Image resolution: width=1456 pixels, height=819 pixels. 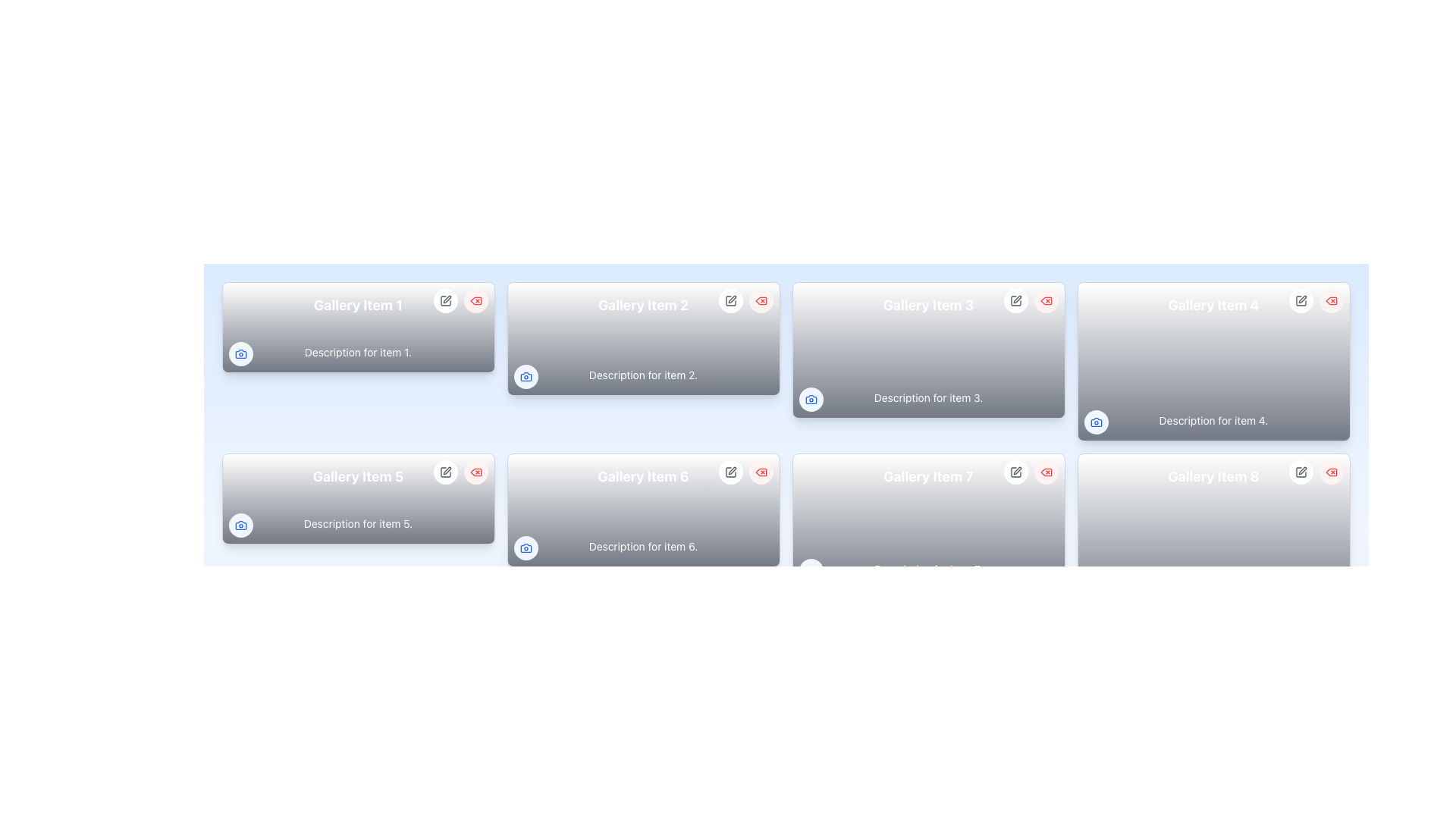 I want to click on the editing button for 'Gallery Item 7' located in the upper-right corner of its card, so click(x=1015, y=472).